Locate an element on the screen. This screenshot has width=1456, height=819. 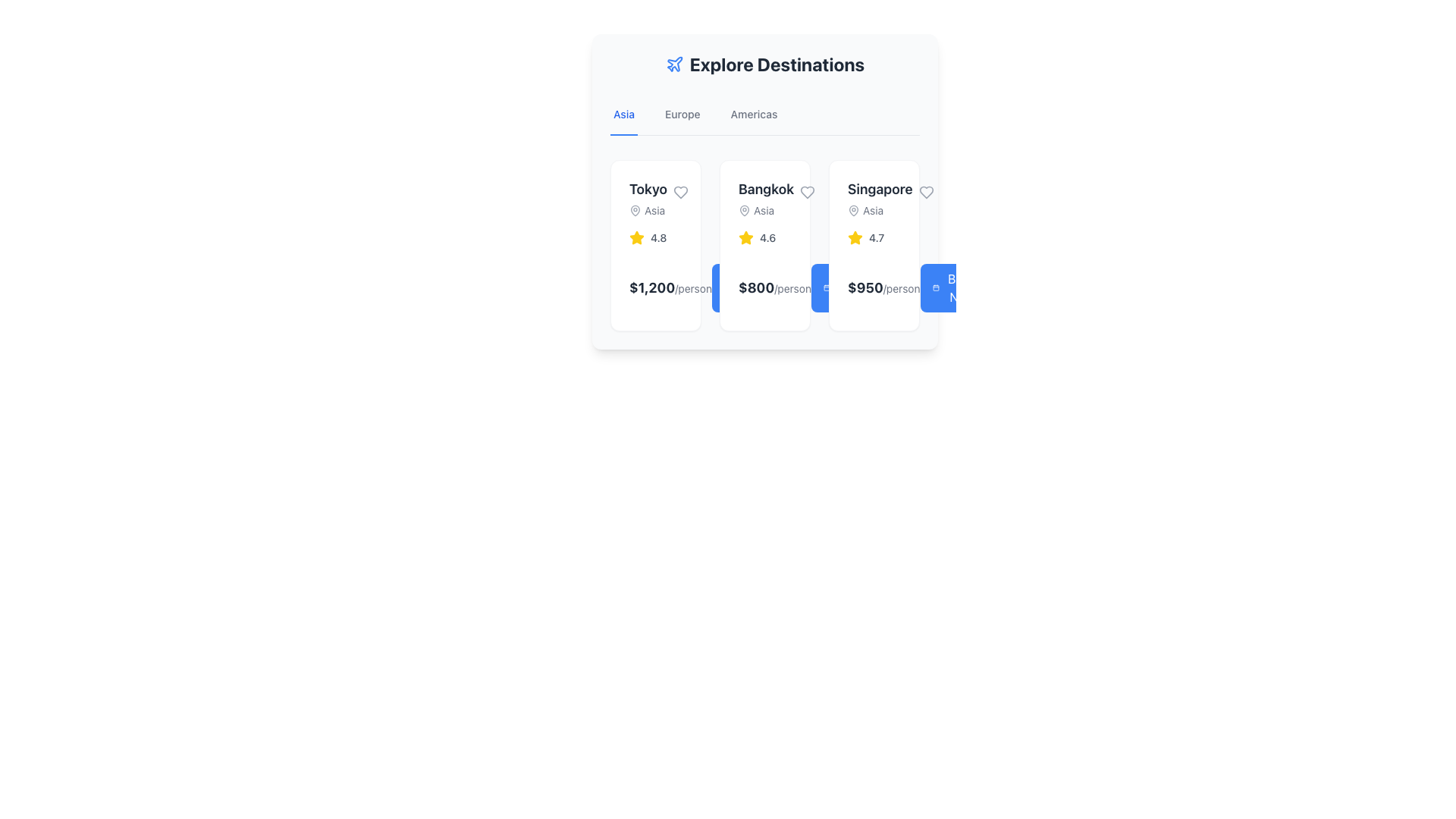
the map pin icon representing Singapore, located above the Asia text and beside the Singapore destination title in the Explore Destinations section is located at coordinates (854, 210).